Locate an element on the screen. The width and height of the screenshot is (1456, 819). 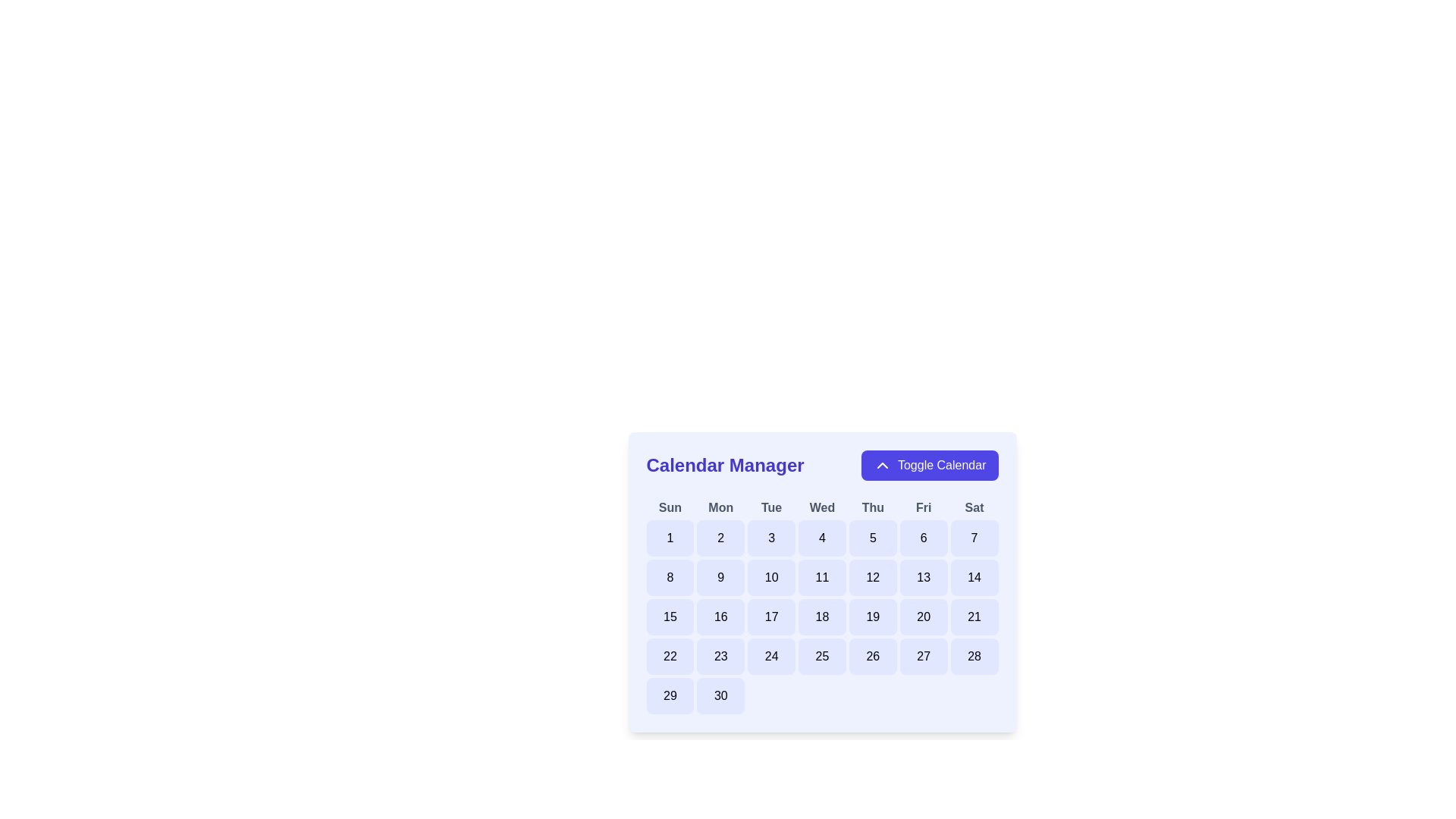
the button with the number '24' displayed in black text, located in the fourth row and third column of the calendar grid is located at coordinates (771, 656).